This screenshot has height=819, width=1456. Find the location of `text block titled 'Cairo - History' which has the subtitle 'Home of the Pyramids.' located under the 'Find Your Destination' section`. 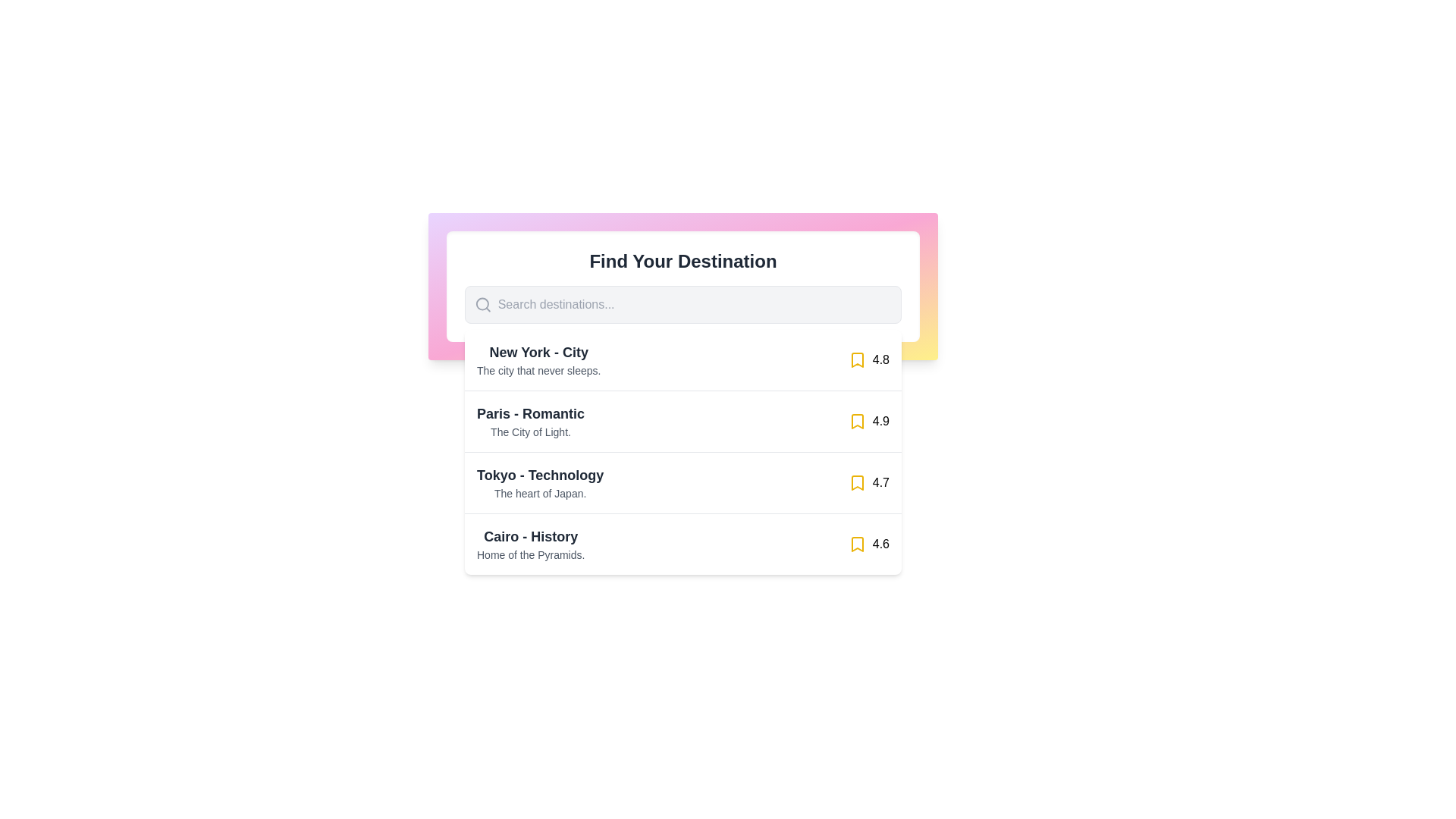

text block titled 'Cairo - History' which has the subtitle 'Home of the Pyramids.' located under the 'Find Your Destination' section is located at coordinates (531, 543).